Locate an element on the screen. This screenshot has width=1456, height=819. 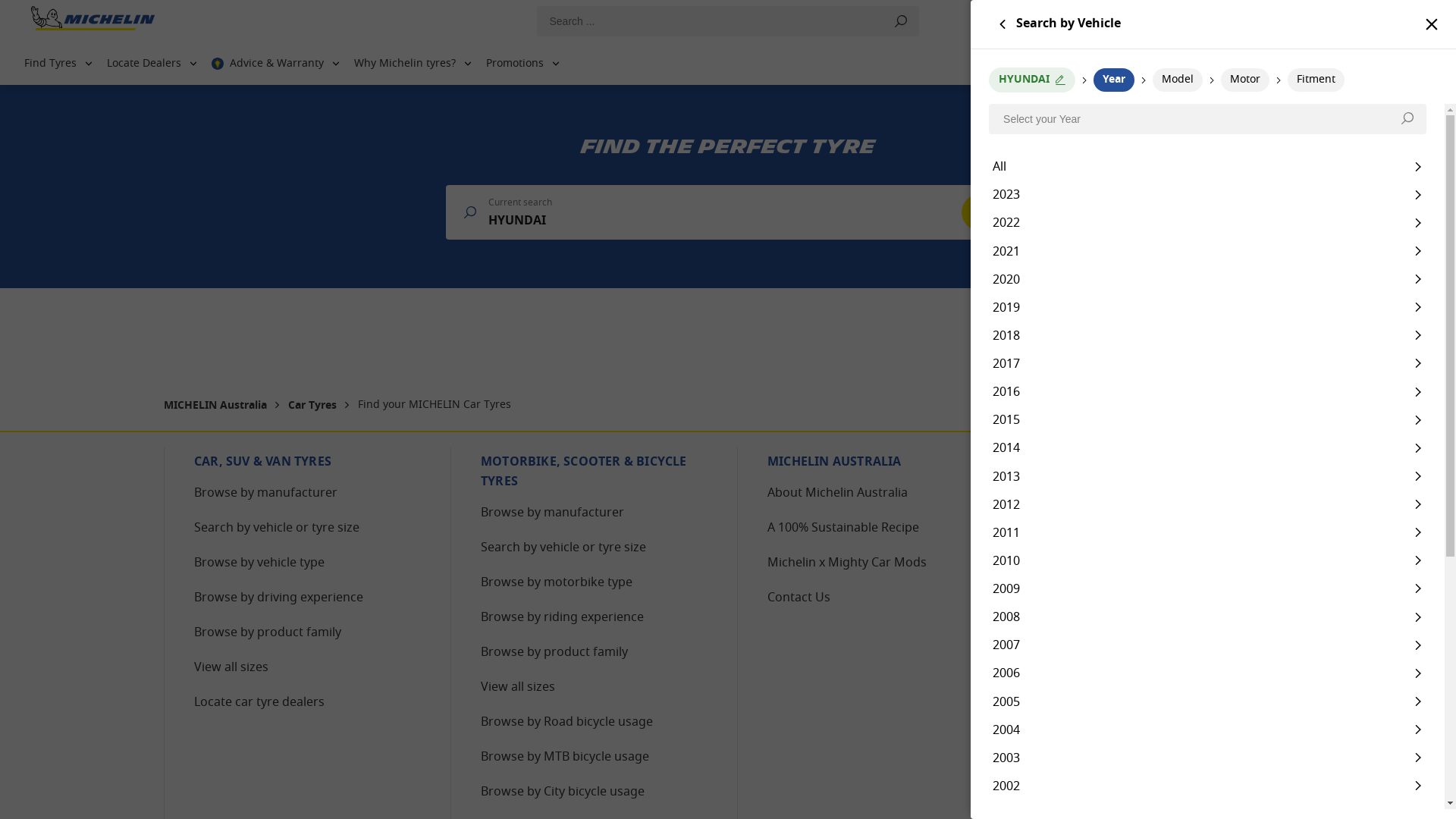
'About Michelin Australia' is located at coordinates (836, 494).